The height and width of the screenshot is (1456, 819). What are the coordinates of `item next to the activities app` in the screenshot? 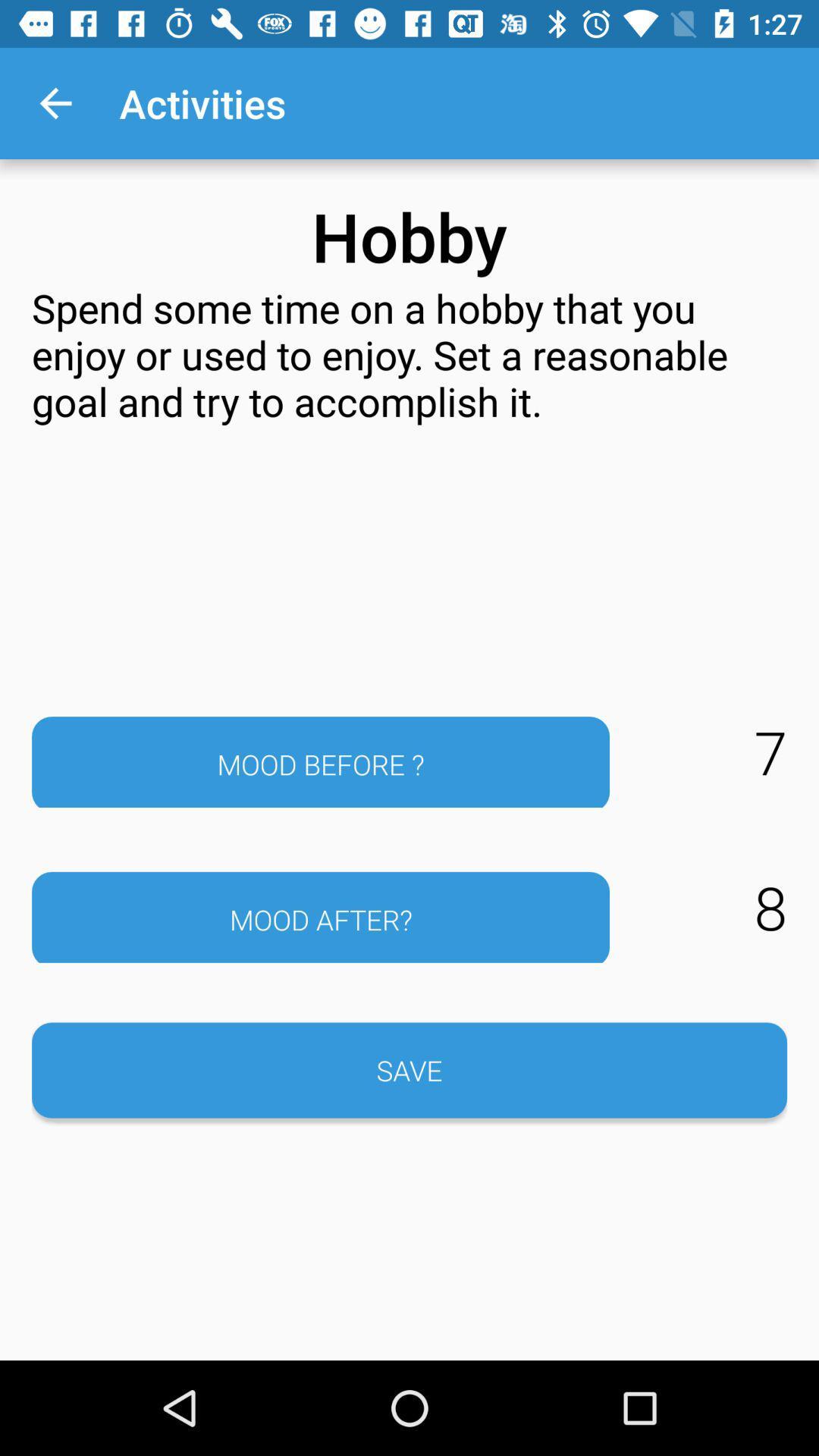 It's located at (55, 102).